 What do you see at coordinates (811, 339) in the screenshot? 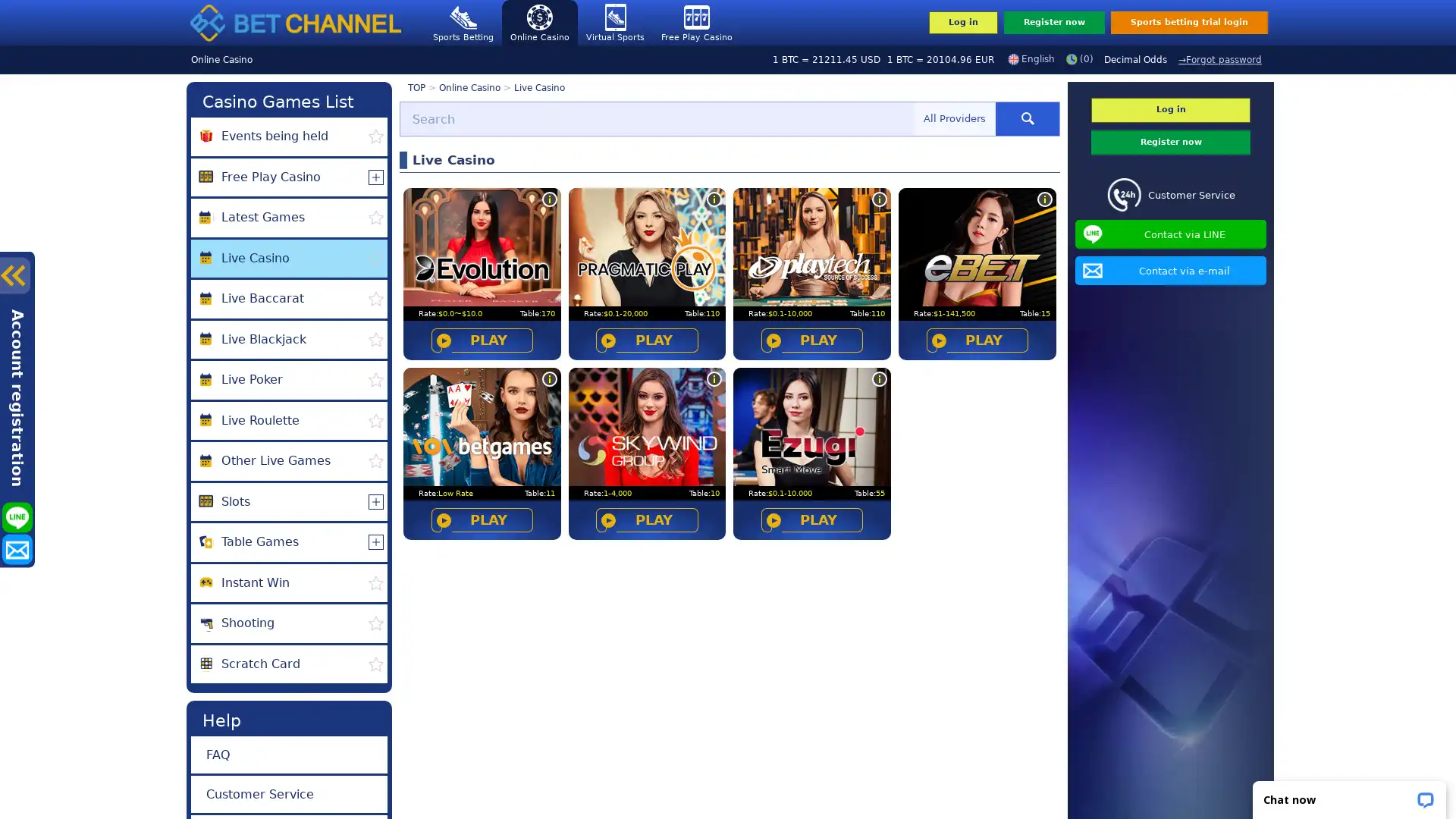
I see `PLAY` at bounding box center [811, 339].